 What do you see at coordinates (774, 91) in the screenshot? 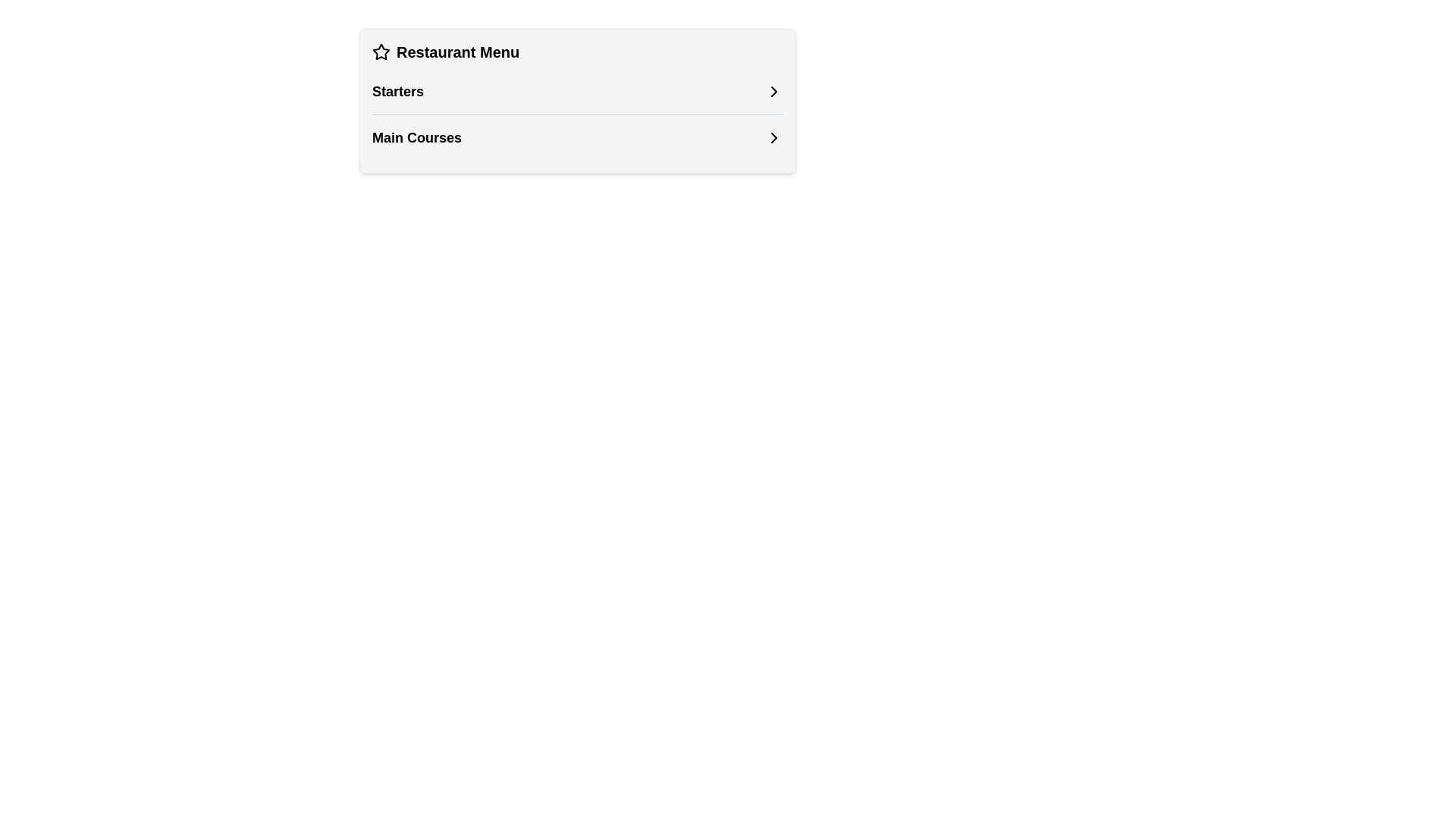
I see `the rightward arrow icon button` at bounding box center [774, 91].